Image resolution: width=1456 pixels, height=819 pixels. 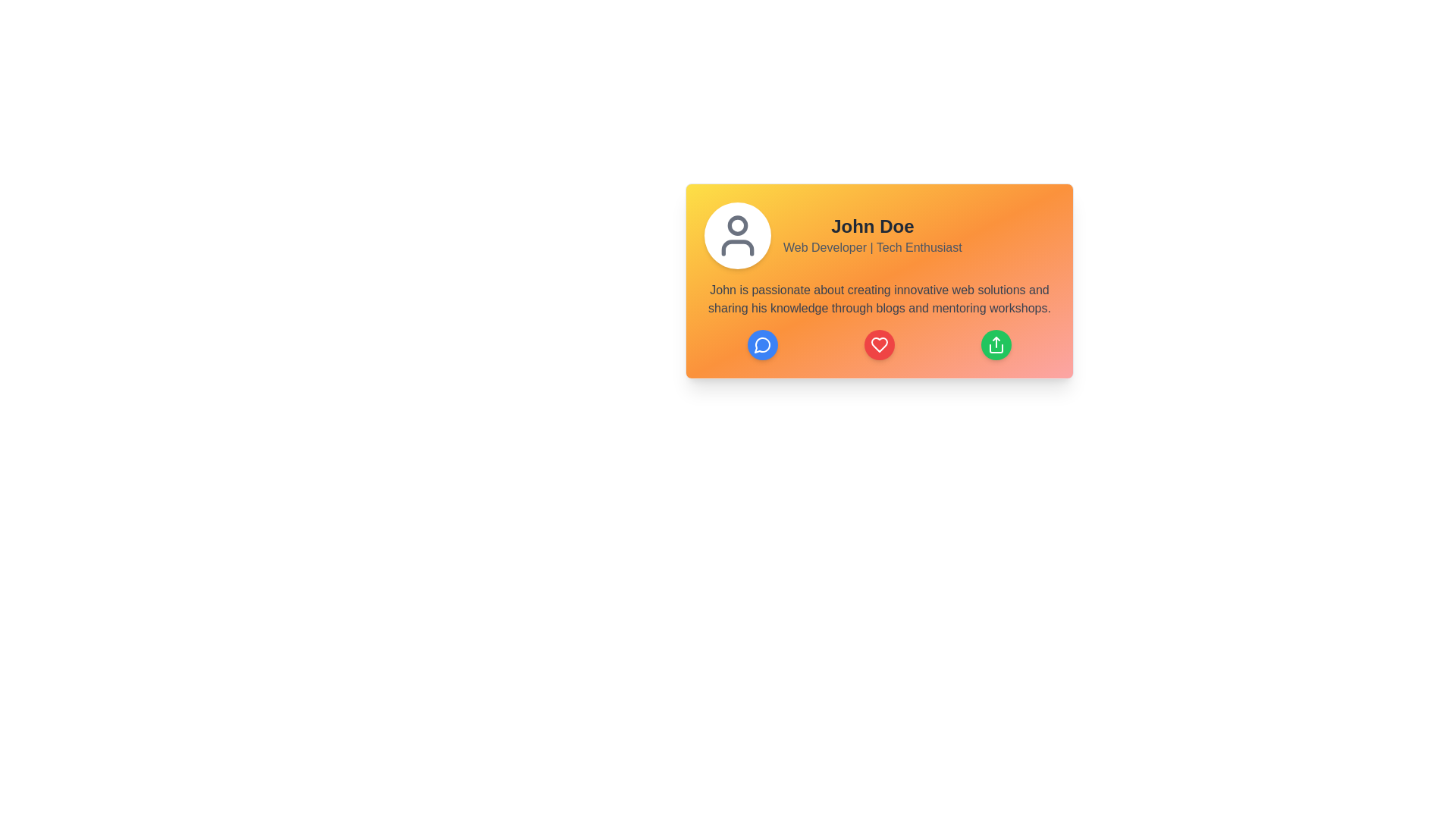 I want to click on text displayed in the Text display component, which shows 'John Doe' and 'Web Developer | Tech Enthusiast' over a gradient orange background, so click(x=872, y=236).